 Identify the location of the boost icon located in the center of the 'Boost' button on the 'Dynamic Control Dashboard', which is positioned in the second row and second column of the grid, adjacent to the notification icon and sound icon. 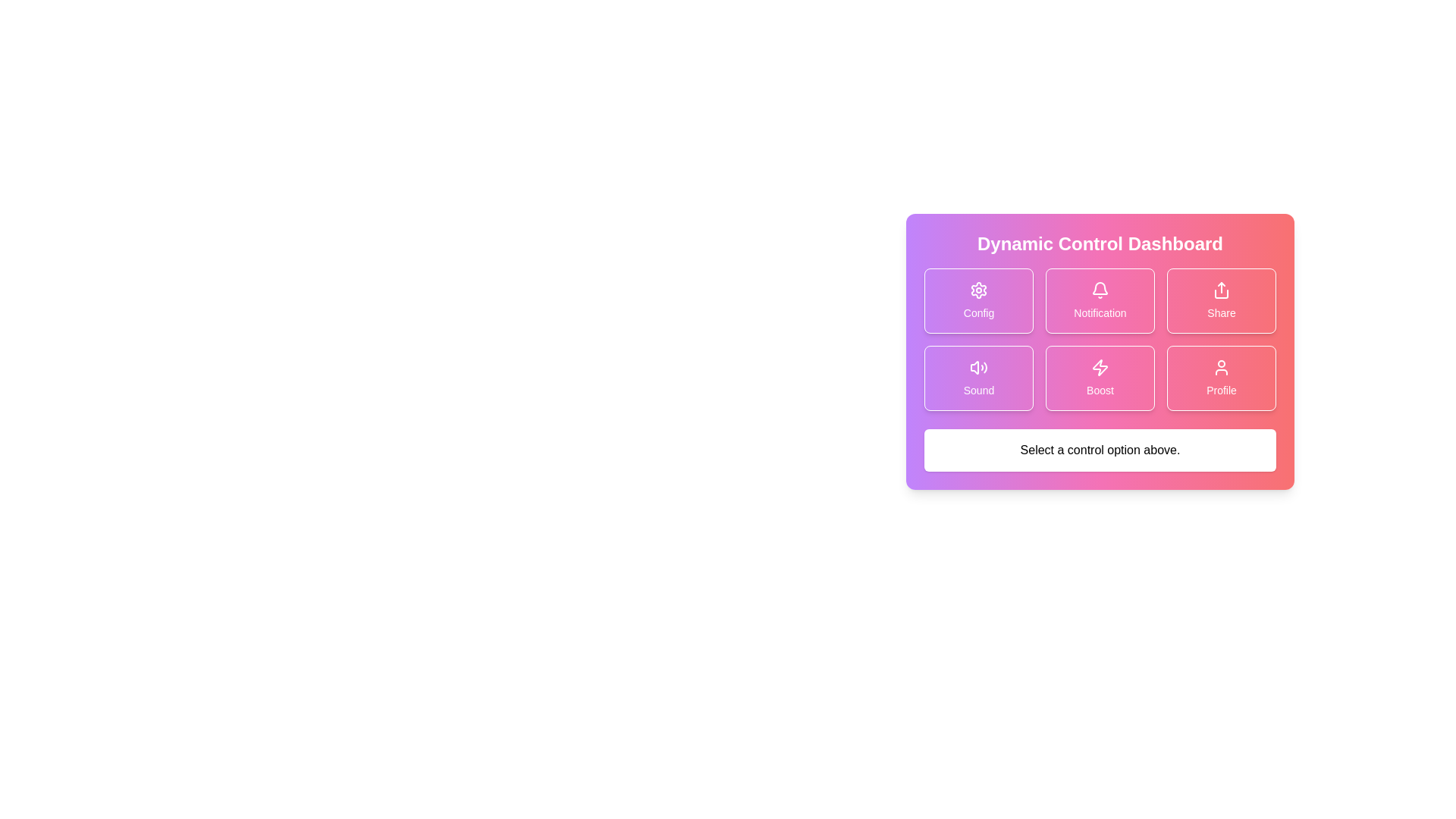
(1100, 368).